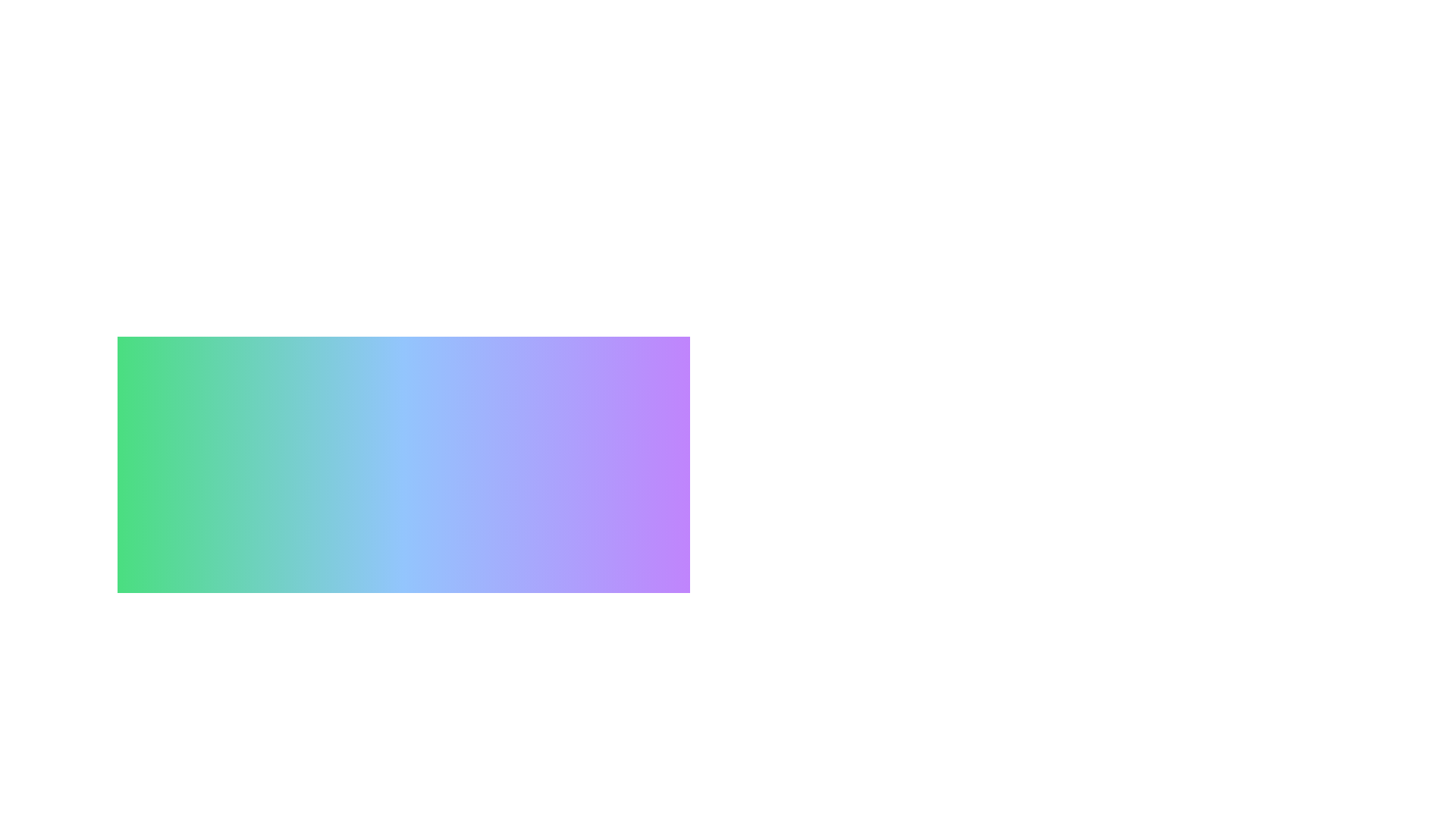 This screenshot has height=819, width=1456. I want to click on the preference Gaming to observe visual feedback, so click(287, 741).